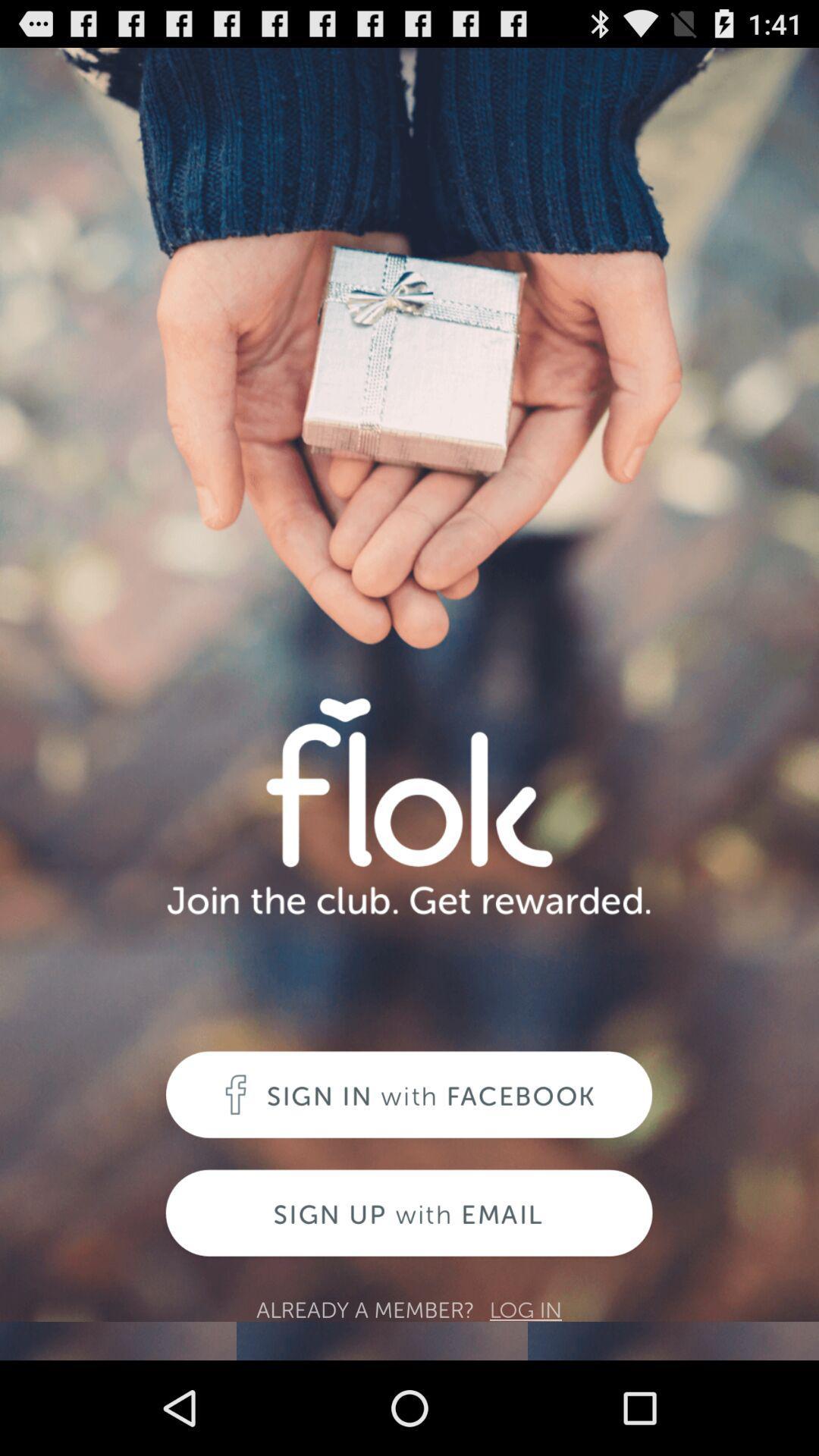 This screenshot has height=1456, width=819. I want to click on sign up page, so click(408, 1215).